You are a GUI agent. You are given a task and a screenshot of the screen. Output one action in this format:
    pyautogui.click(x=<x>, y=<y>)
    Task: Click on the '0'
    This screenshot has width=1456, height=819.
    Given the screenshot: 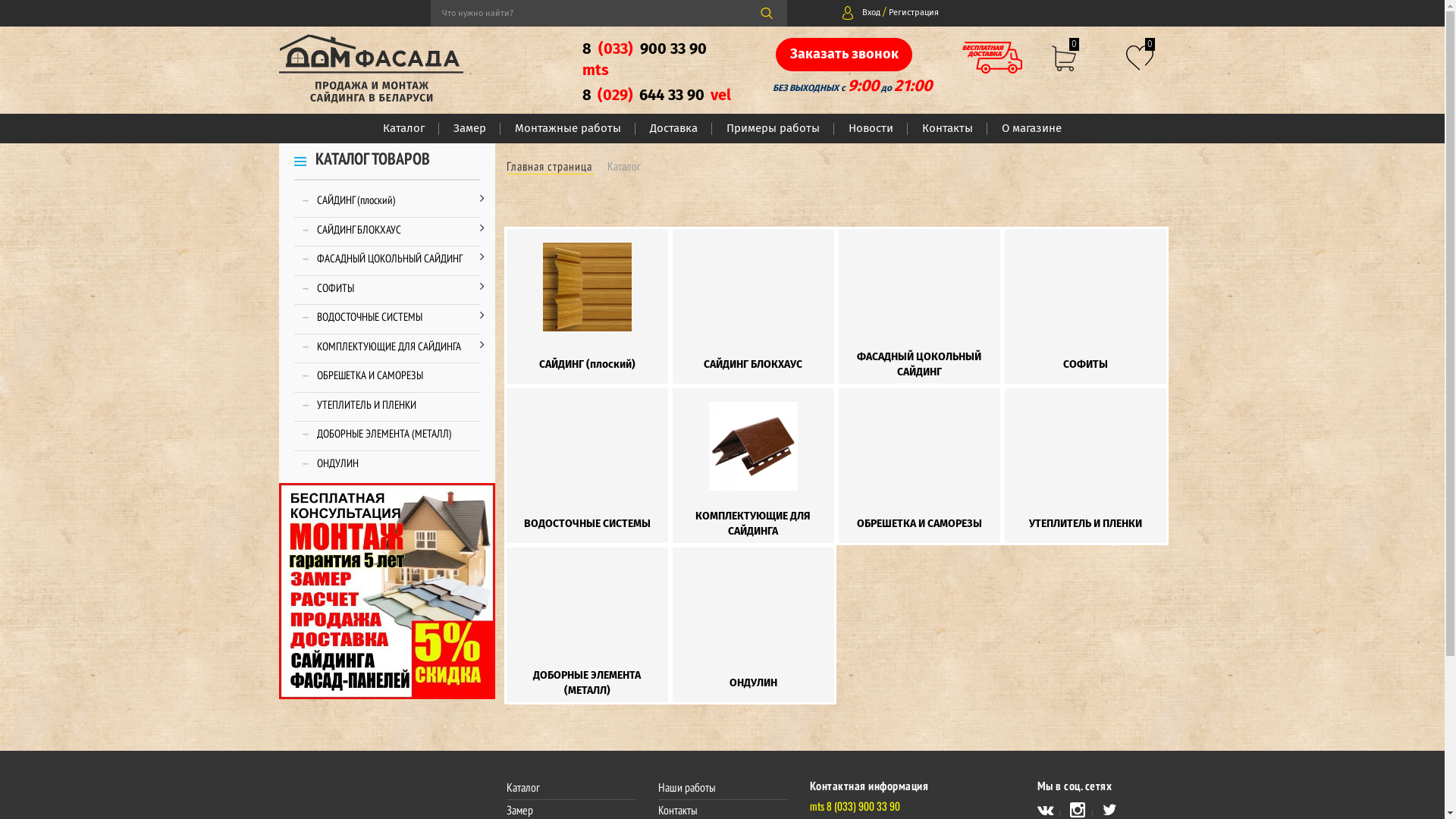 What is the action you would take?
    pyautogui.click(x=1139, y=52)
    